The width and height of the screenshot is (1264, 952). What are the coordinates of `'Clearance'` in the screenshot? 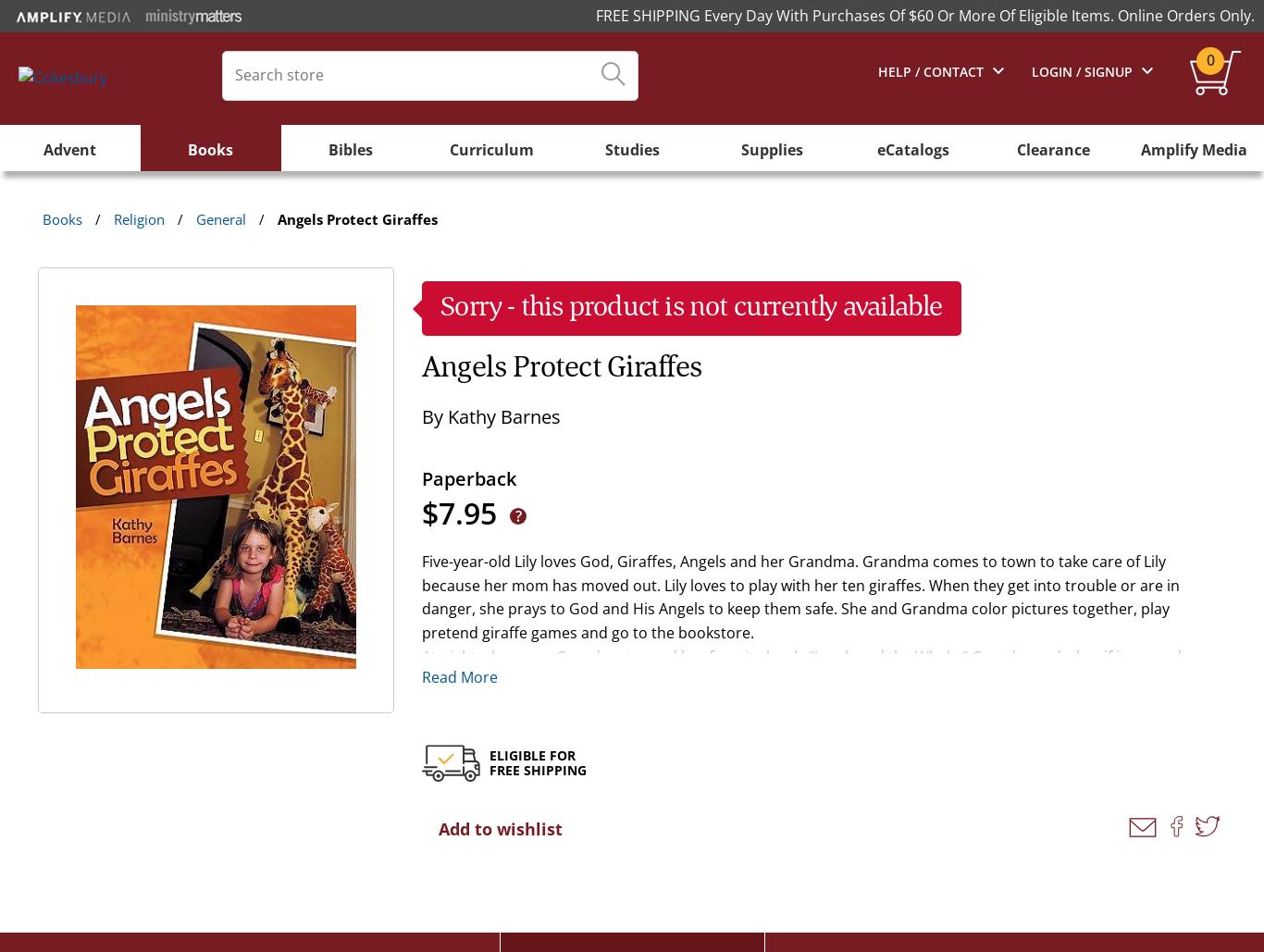 It's located at (1014, 149).